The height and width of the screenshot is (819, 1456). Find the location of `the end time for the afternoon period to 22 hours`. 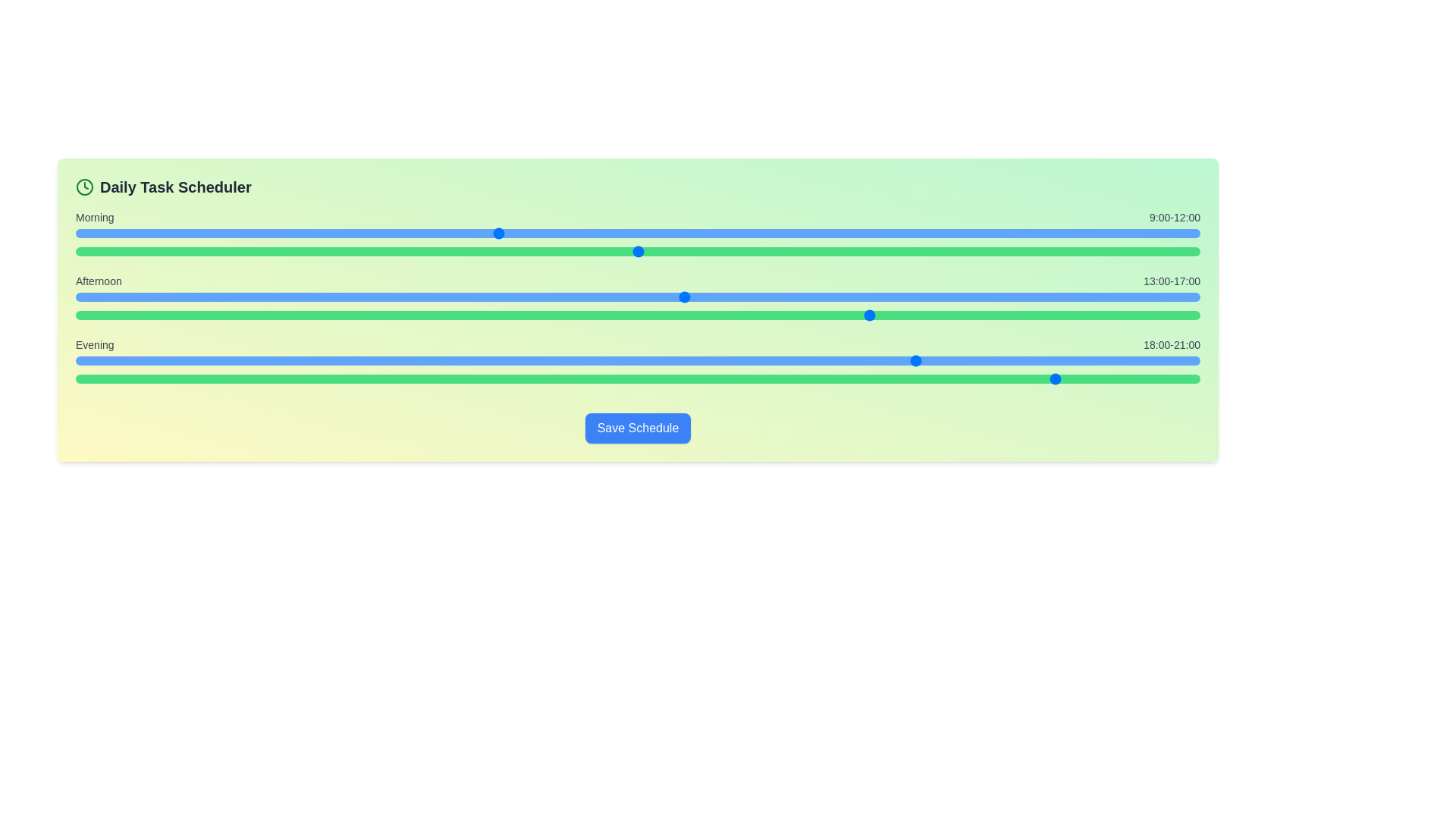

the end time for the afternoon period to 22 hours is located at coordinates (996, 315).